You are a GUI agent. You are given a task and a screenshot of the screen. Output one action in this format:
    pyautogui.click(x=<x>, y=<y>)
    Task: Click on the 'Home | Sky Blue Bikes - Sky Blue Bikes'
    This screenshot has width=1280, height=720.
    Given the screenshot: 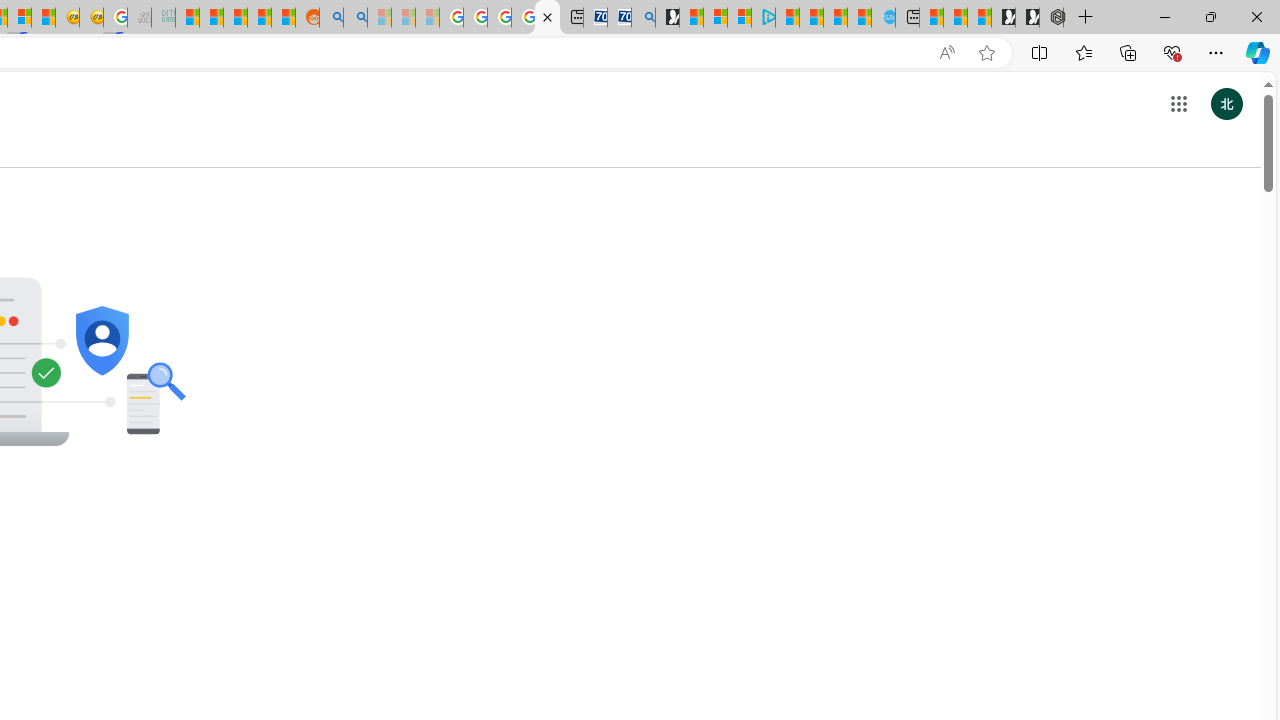 What is the action you would take?
    pyautogui.click(x=882, y=17)
    